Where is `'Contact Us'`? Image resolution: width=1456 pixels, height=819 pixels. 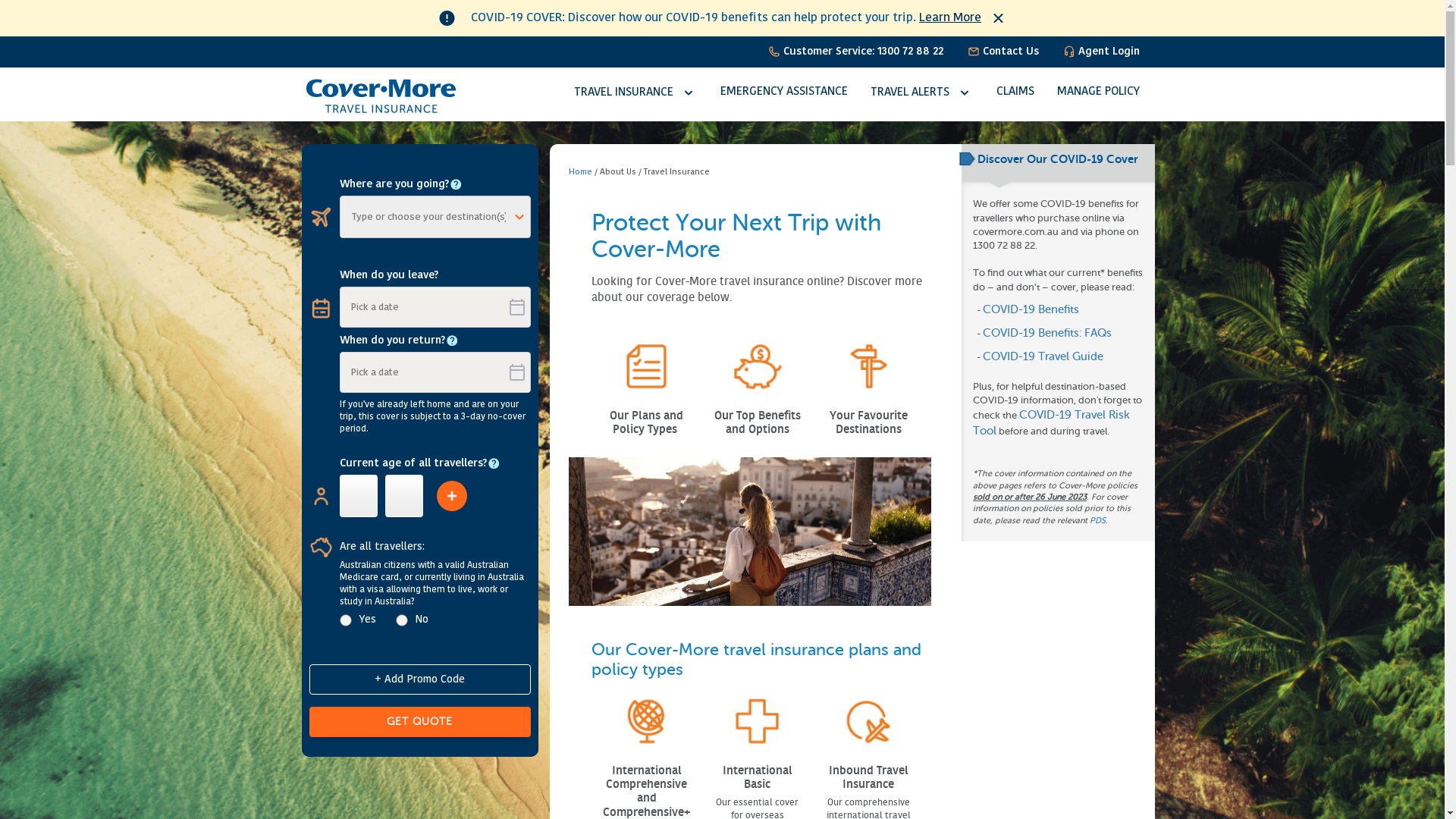
'Contact Us' is located at coordinates (1003, 51).